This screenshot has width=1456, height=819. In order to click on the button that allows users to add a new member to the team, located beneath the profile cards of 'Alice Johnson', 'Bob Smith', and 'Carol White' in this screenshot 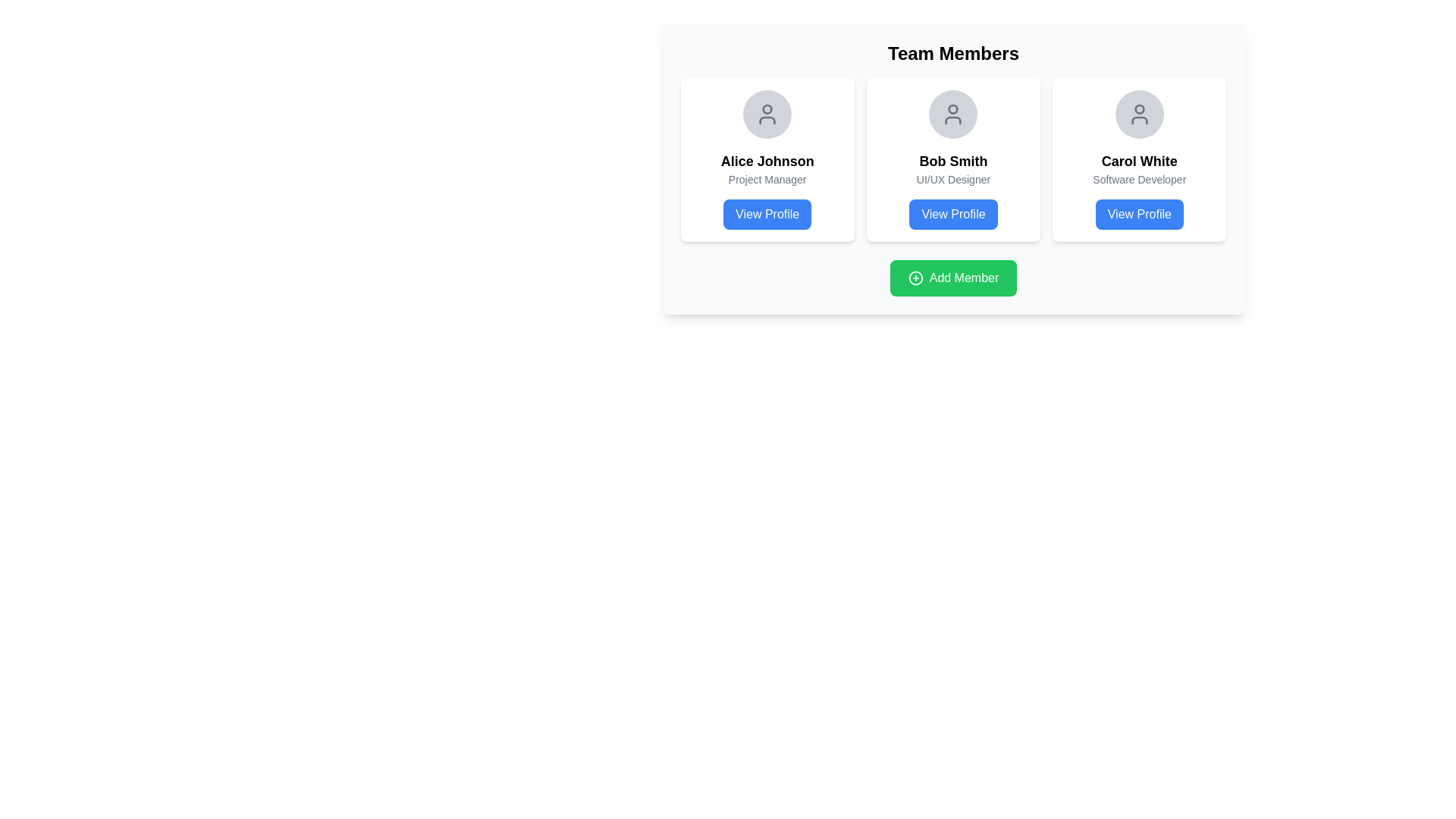, I will do `click(952, 278)`.